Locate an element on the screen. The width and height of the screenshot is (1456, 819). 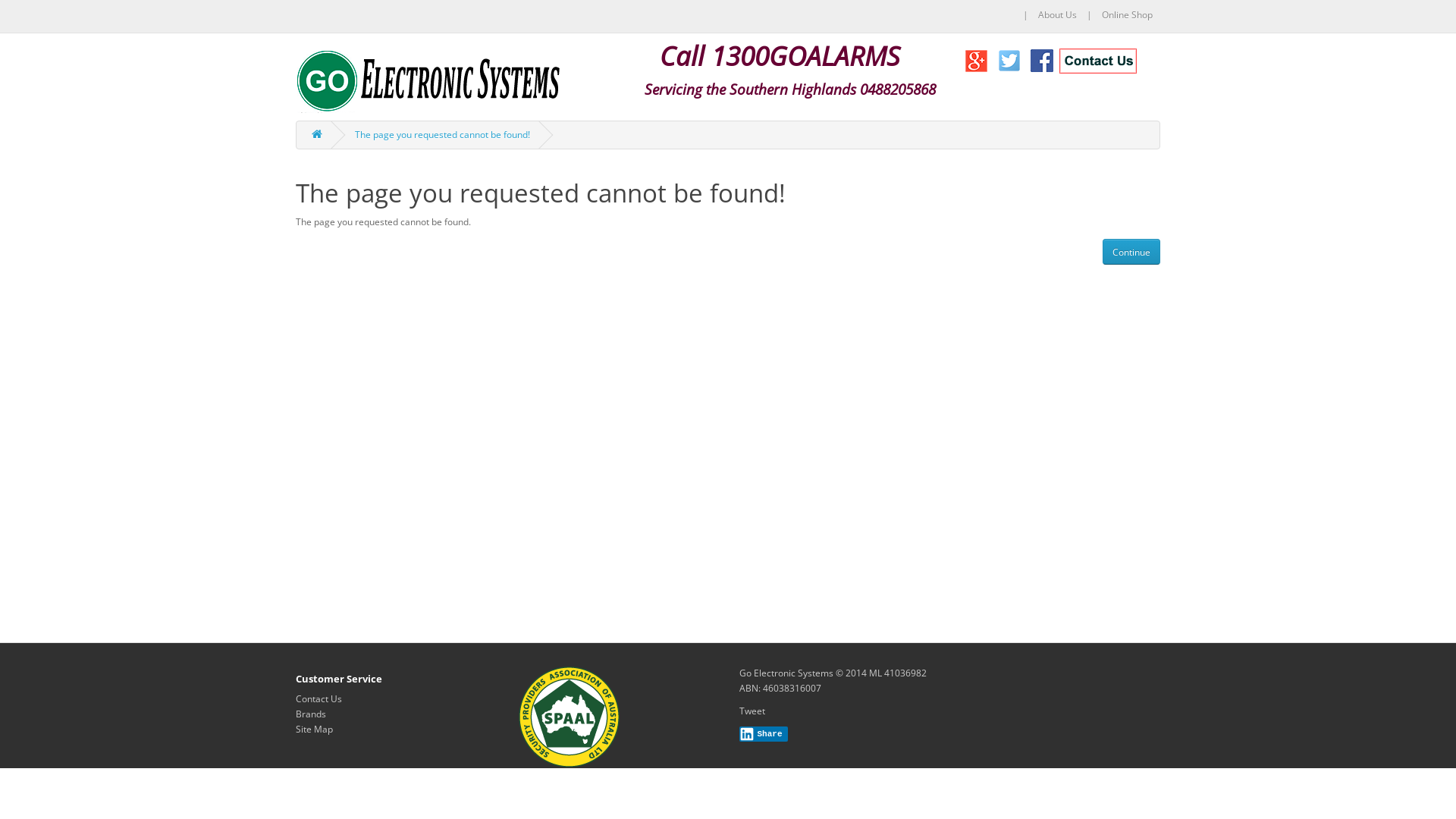
'Share' is located at coordinates (764, 733).